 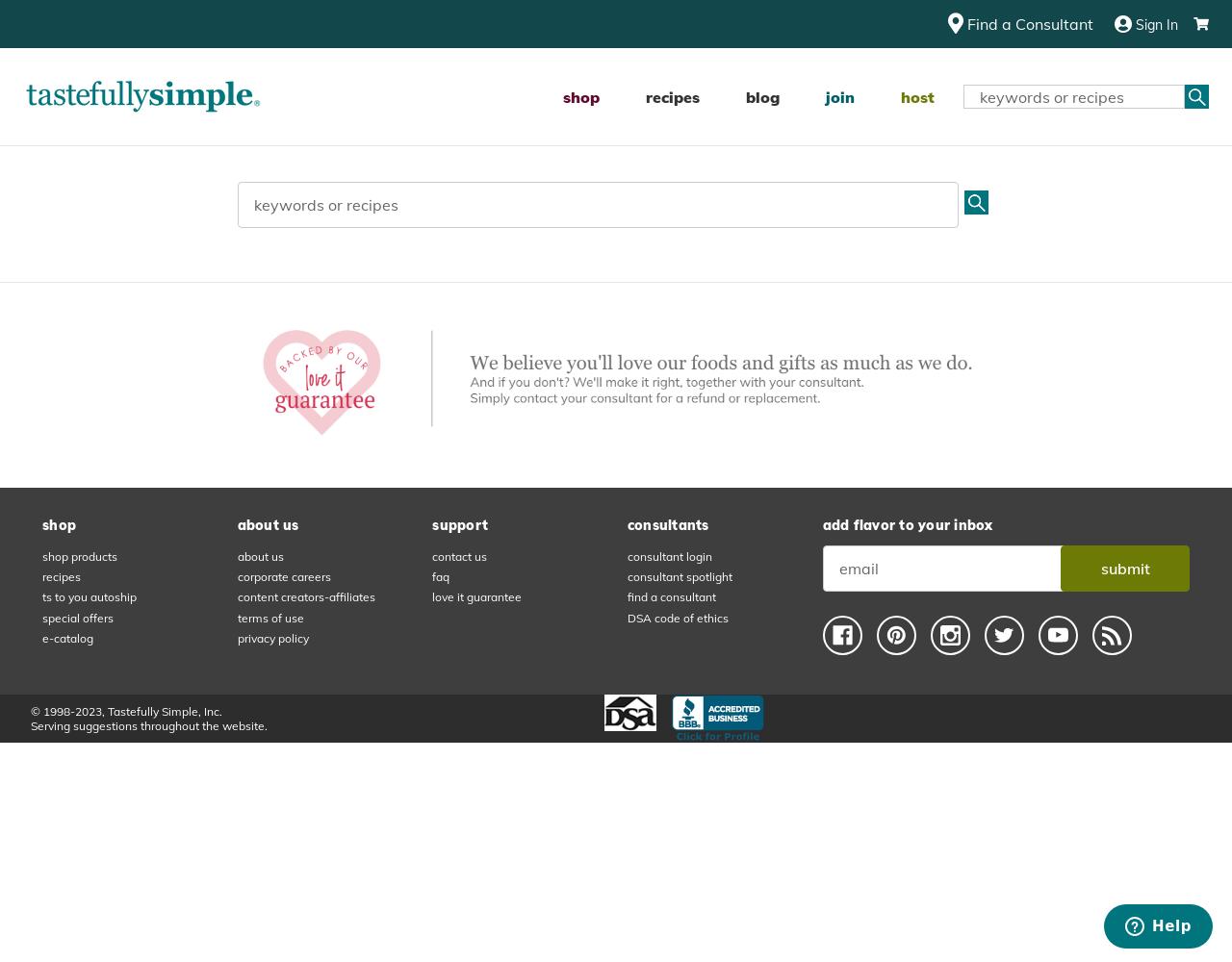 I want to click on 'terms of use', so click(x=269, y=617).